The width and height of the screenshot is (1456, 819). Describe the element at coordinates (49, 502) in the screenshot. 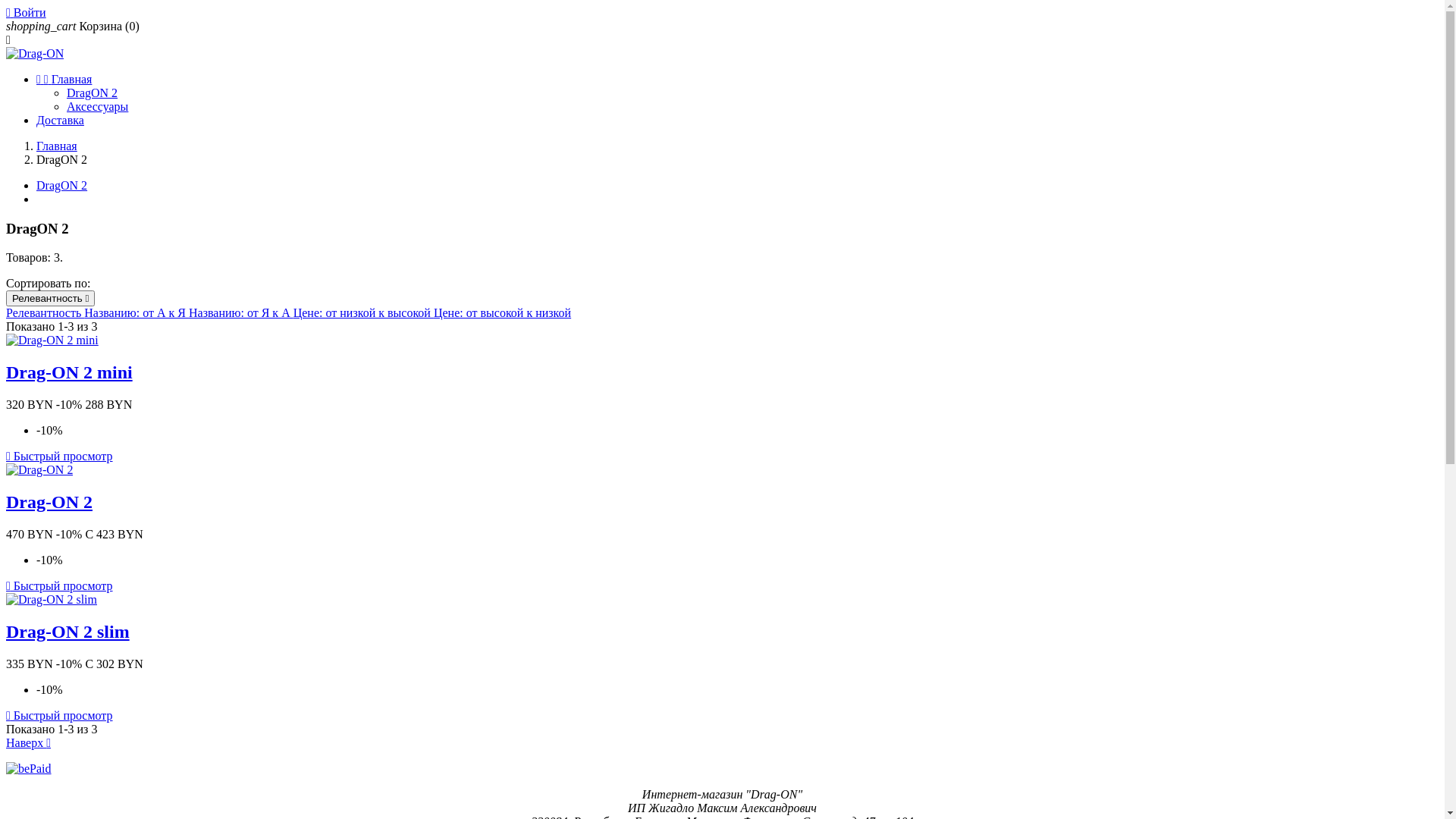

I see `'Drag-ON 2'` at that location.